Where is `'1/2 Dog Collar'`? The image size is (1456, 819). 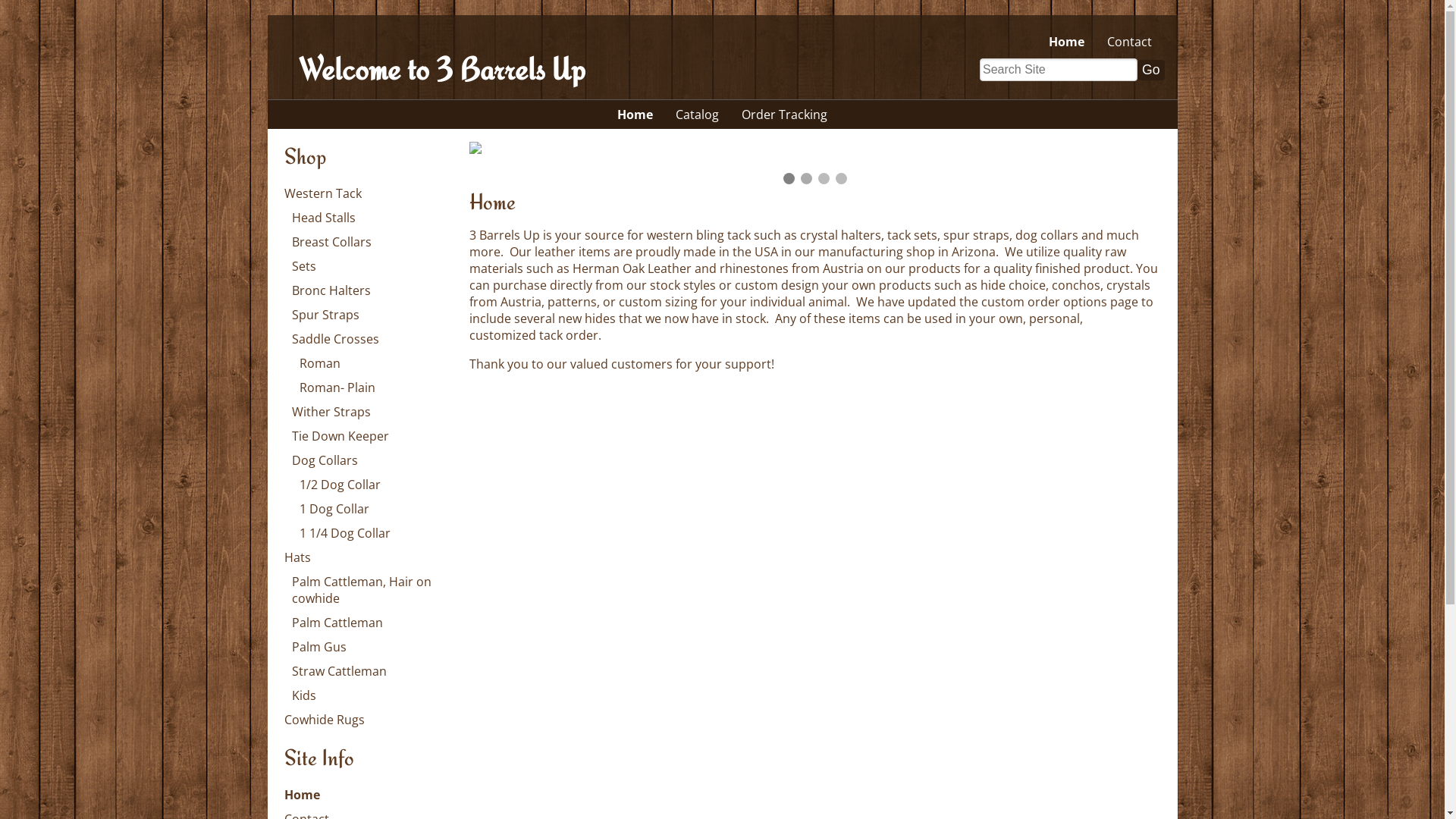 '1/2 Dog Collar' is located at coordinates (338, 485).